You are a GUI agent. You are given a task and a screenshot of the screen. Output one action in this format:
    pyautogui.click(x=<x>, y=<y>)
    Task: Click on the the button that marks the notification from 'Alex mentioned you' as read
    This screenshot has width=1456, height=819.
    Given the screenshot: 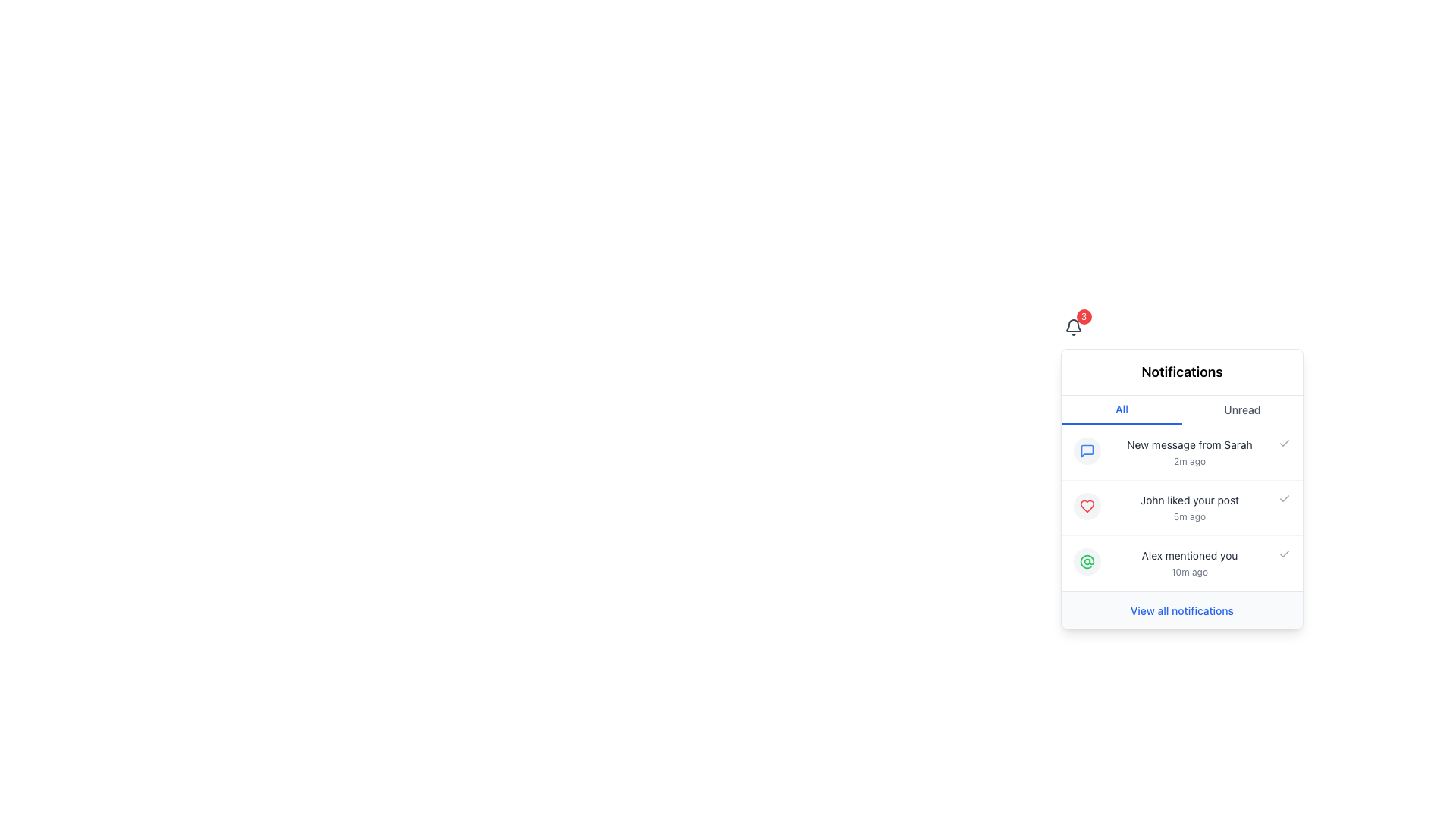 What is the action you would take?
    pyautogui.click(x=1284, y=554)
    